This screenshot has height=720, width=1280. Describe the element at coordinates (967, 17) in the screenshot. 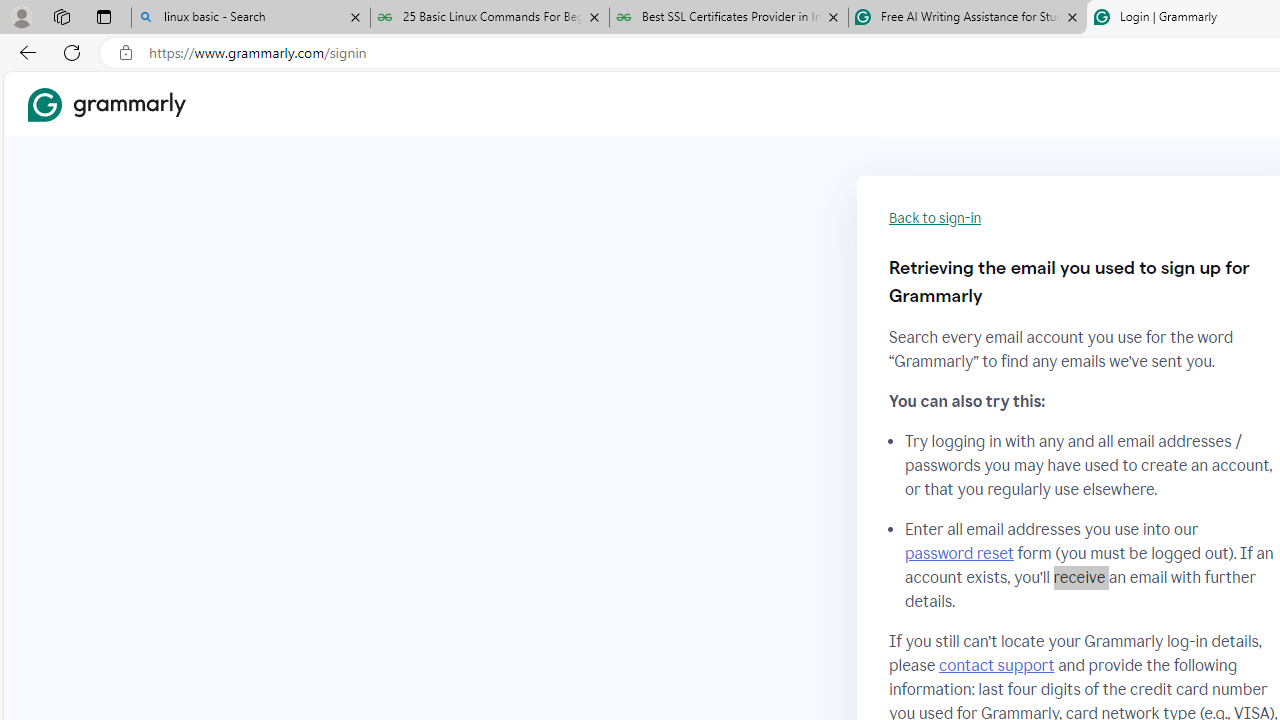

I see `'Free AI Writing Assistance for Students | Grammarly'` at that location.